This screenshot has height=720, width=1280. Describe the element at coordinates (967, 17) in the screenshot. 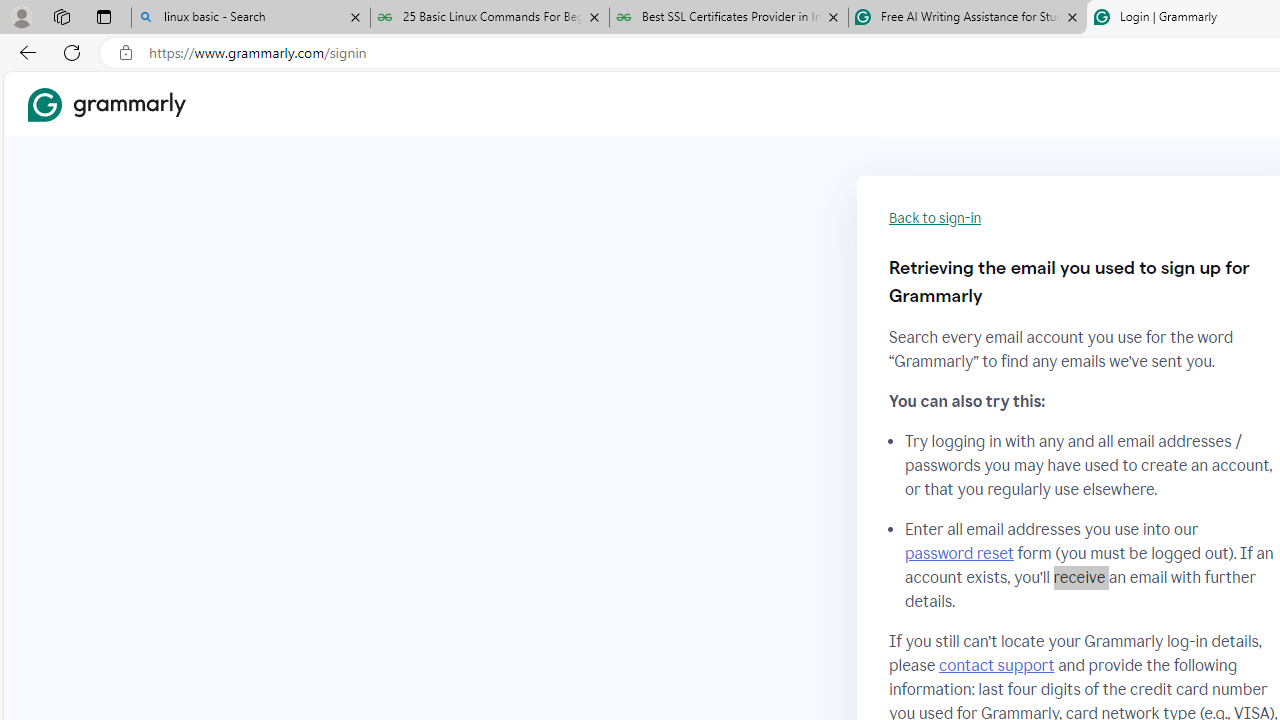

I see `'Free AI Writing Assistance for Students | Grammarly'` at that location.